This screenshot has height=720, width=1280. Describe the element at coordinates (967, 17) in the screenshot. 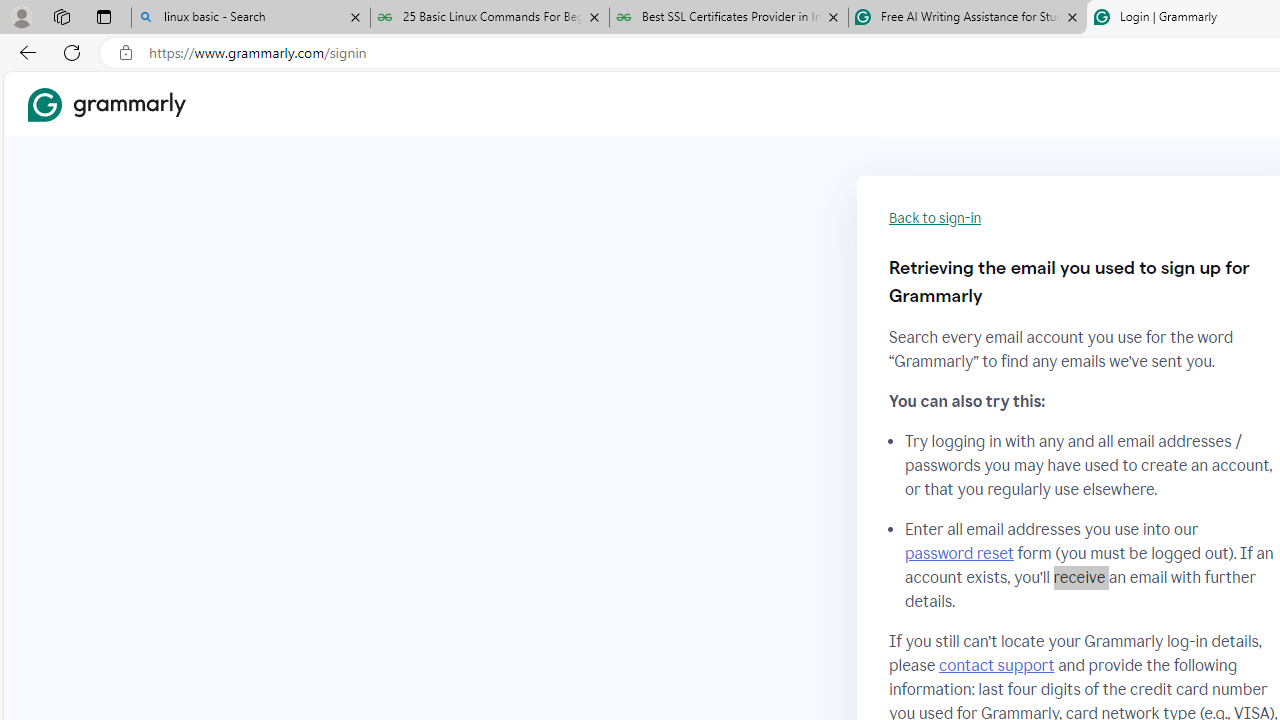

I see `'Free AI Writing Assistance for Students | Grammarly'` at that location.